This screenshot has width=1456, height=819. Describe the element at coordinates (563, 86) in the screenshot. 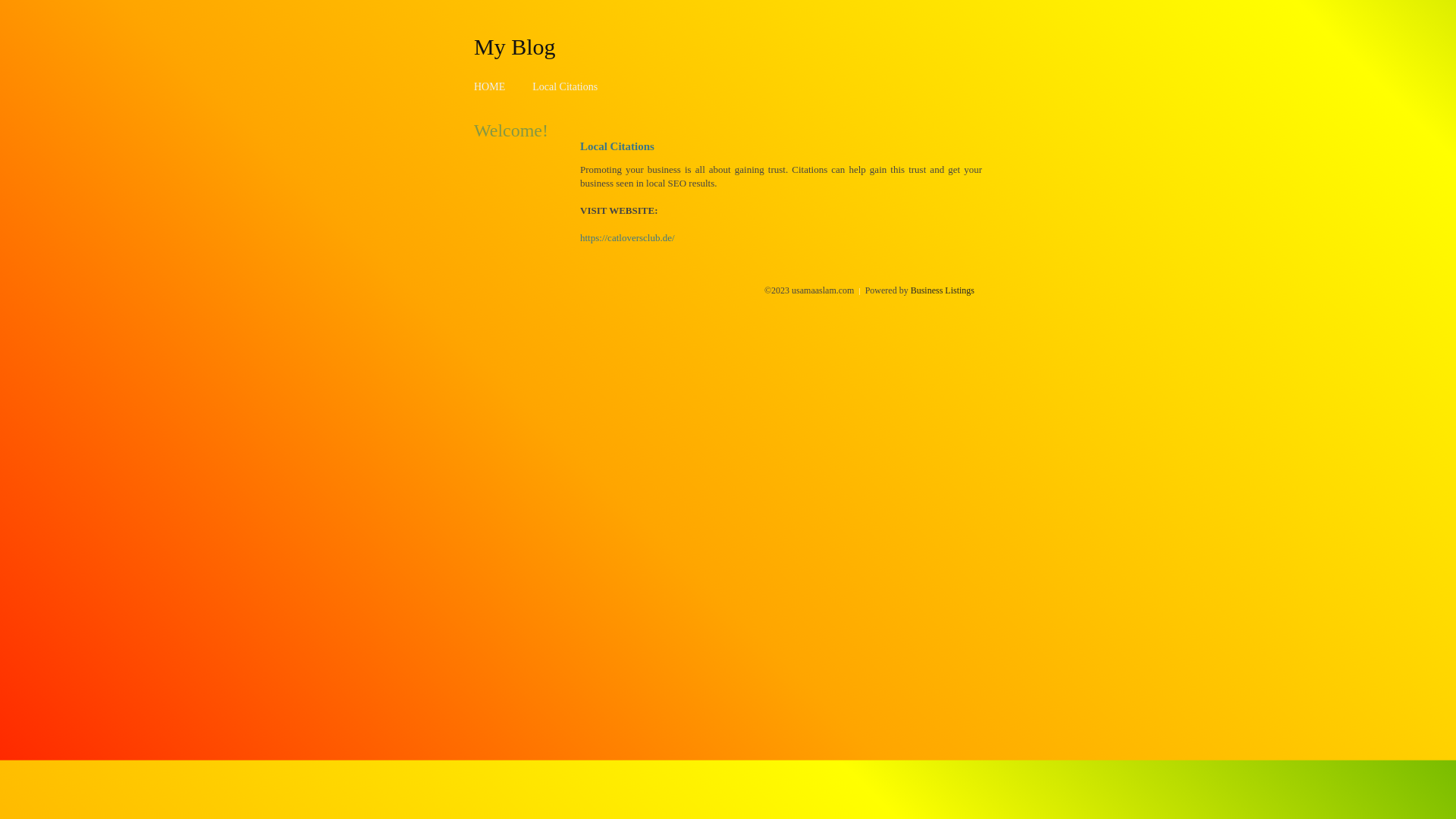

I see `'Local Citations'` at that location.